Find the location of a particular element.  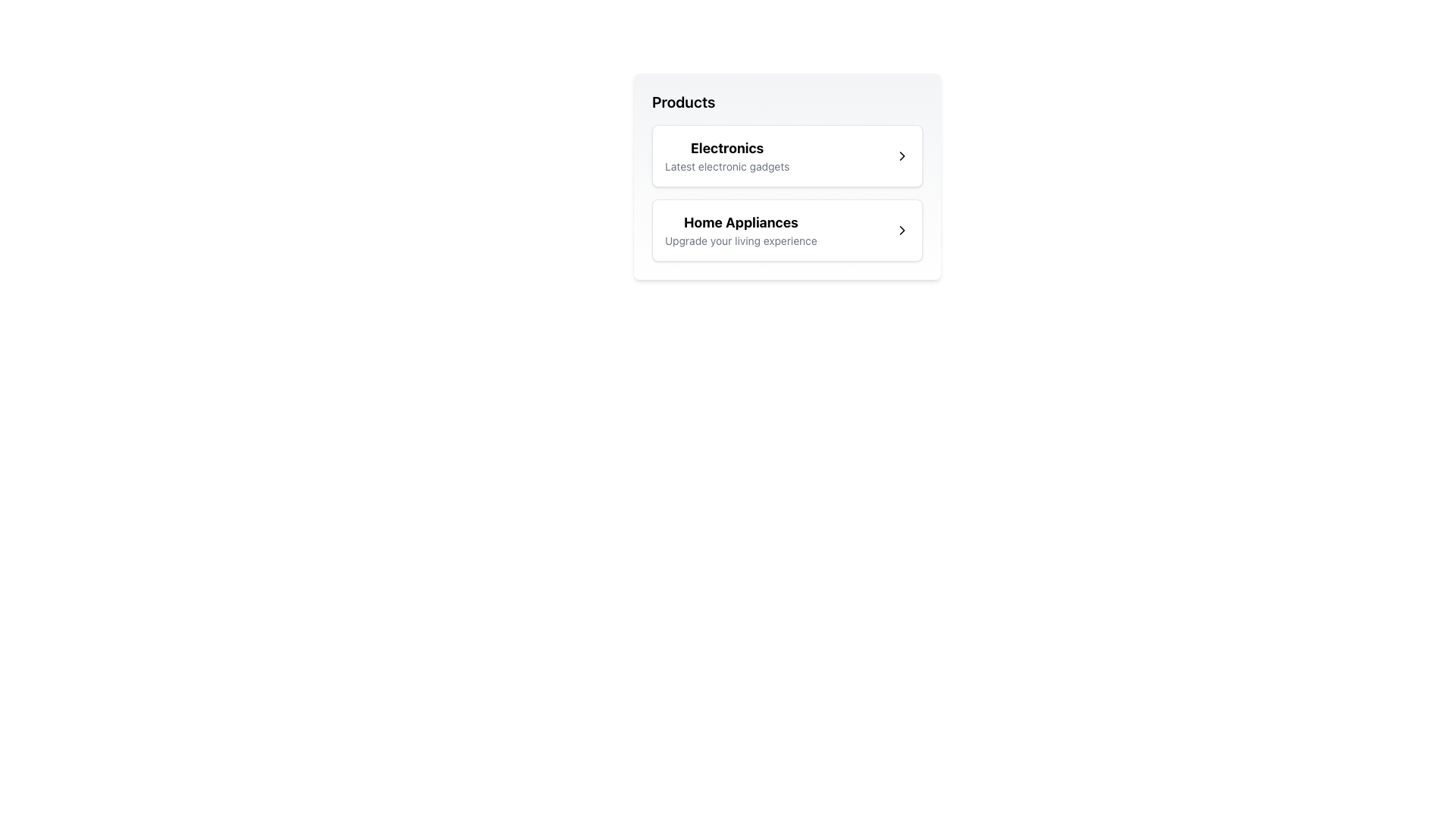

the navigation icon located in the 'Electronics' section is located at coordinates (902, 155).